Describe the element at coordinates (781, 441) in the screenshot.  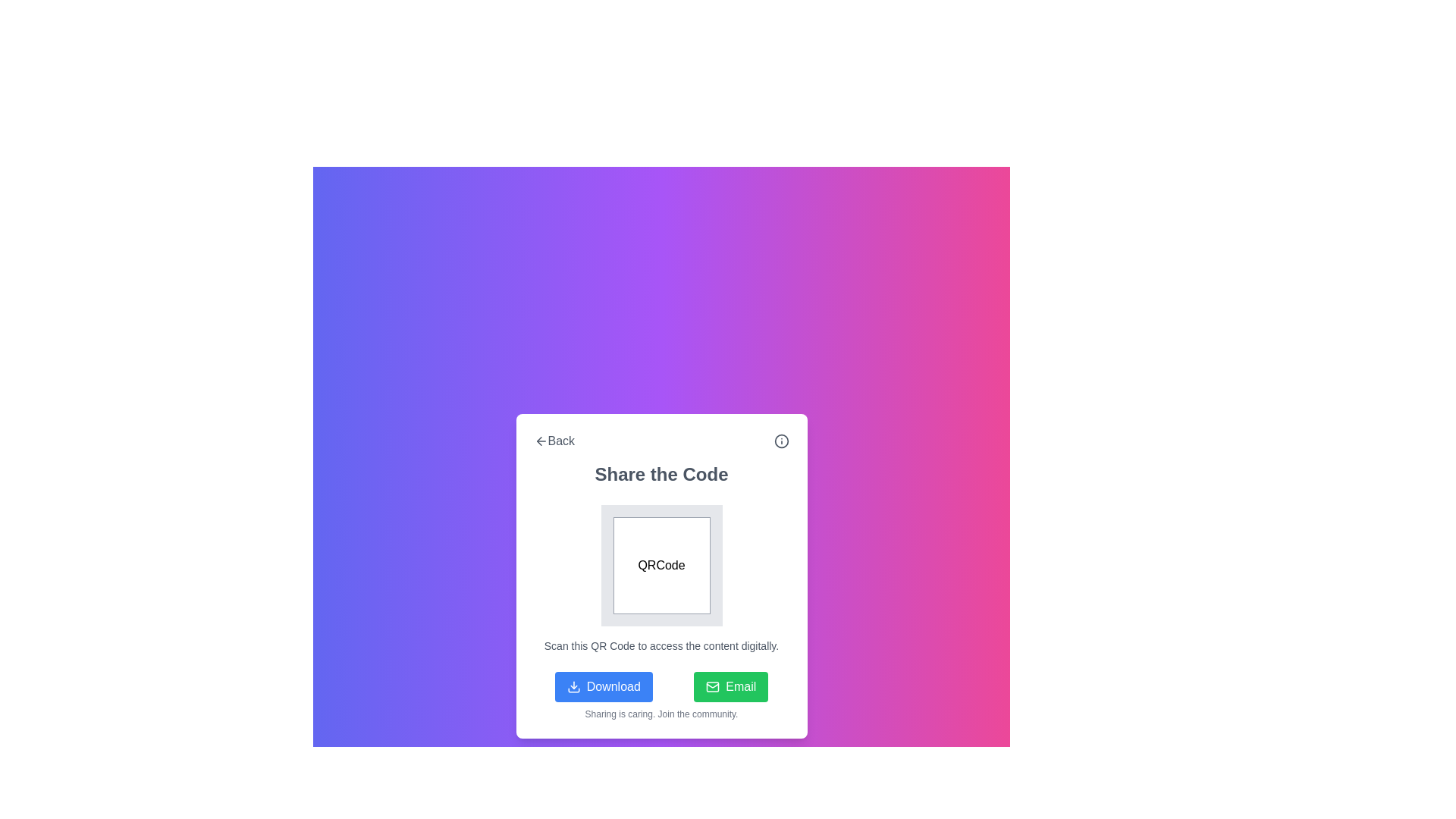
I see `the circular graphical element with a black outline and white background, located in the top-right corner of the modal window` at that location.